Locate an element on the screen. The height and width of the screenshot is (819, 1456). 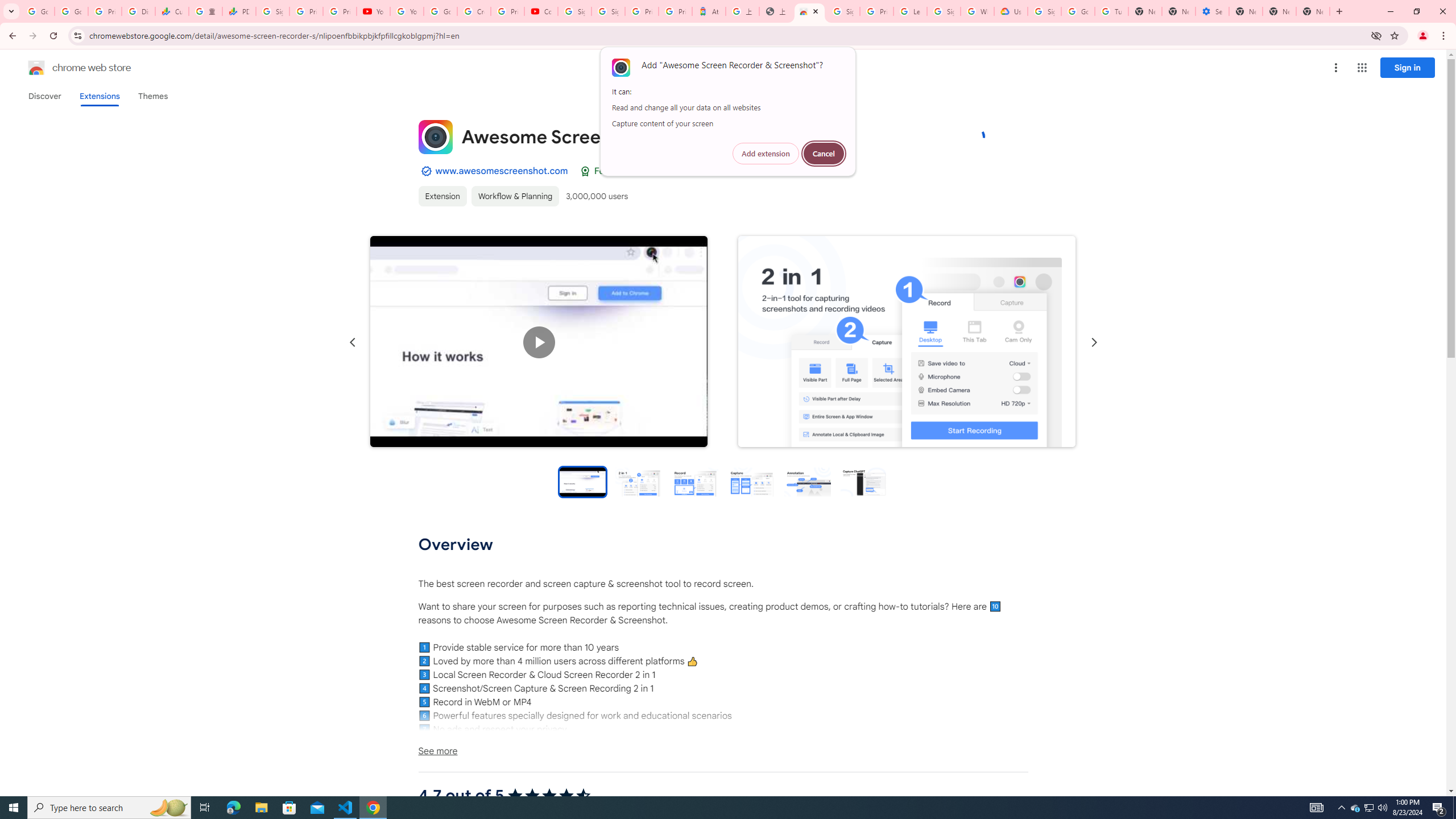
'Visual Studio Code - 1 running window' is located at coordinates (345, 806).